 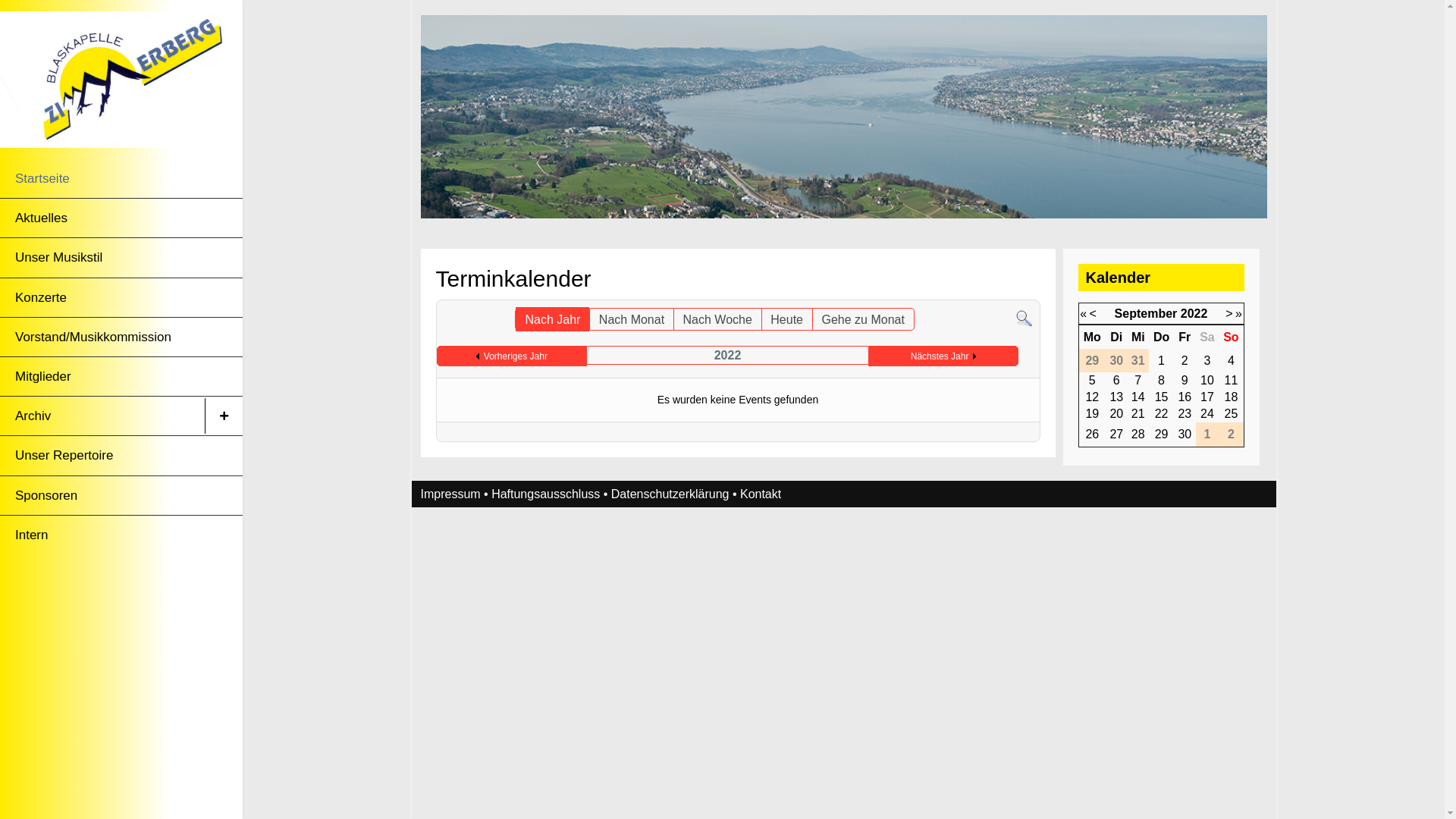 What do you see at coordinates (101, 177) in the screenshot?
I see `'Startseite'` at bounding box center [101, 177].